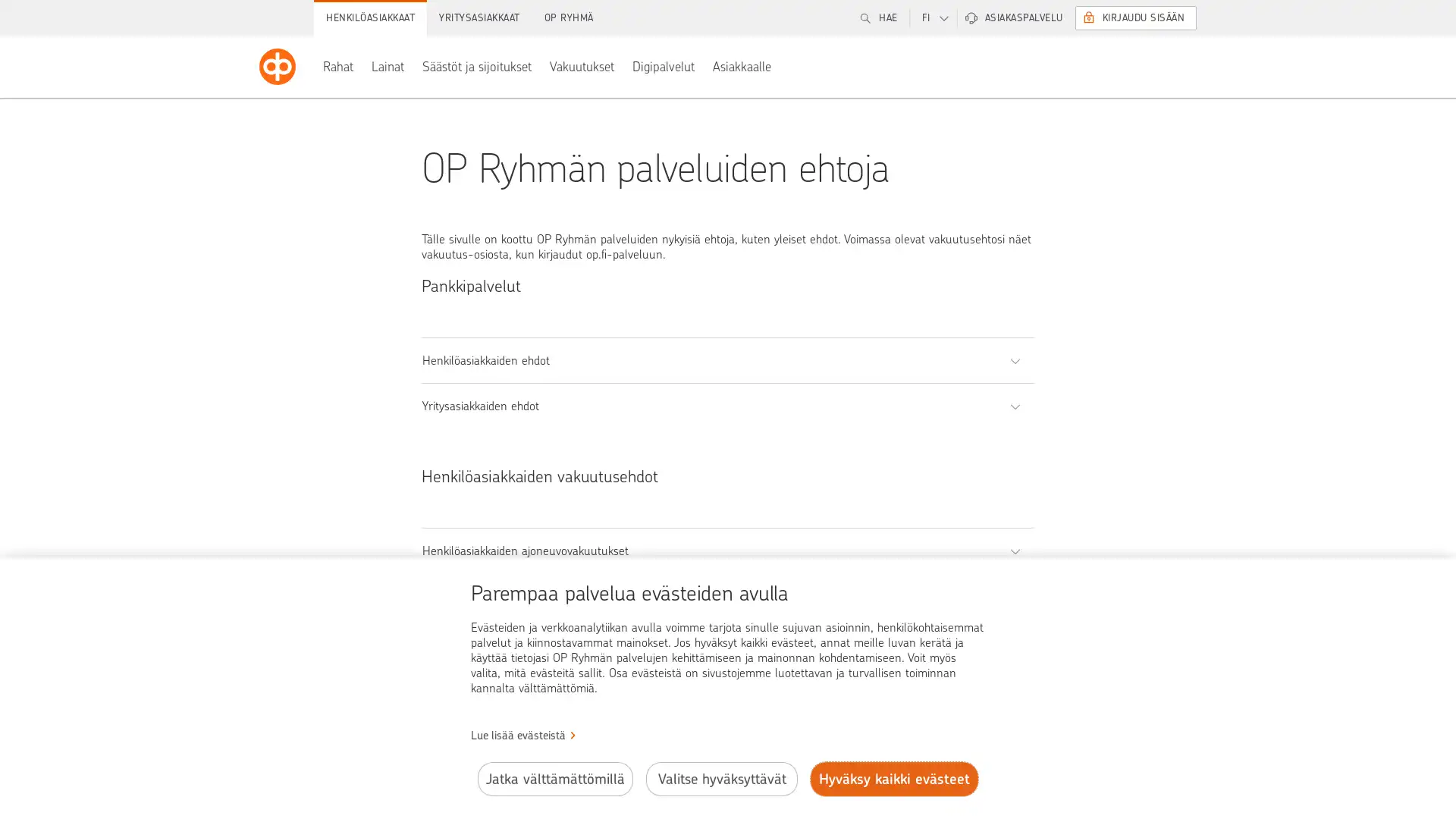  What do you see at coordinates (1135, 17) in the screenshot?
I see `KIRJAUDU SISAAN` at bounding box center [1135, 17].